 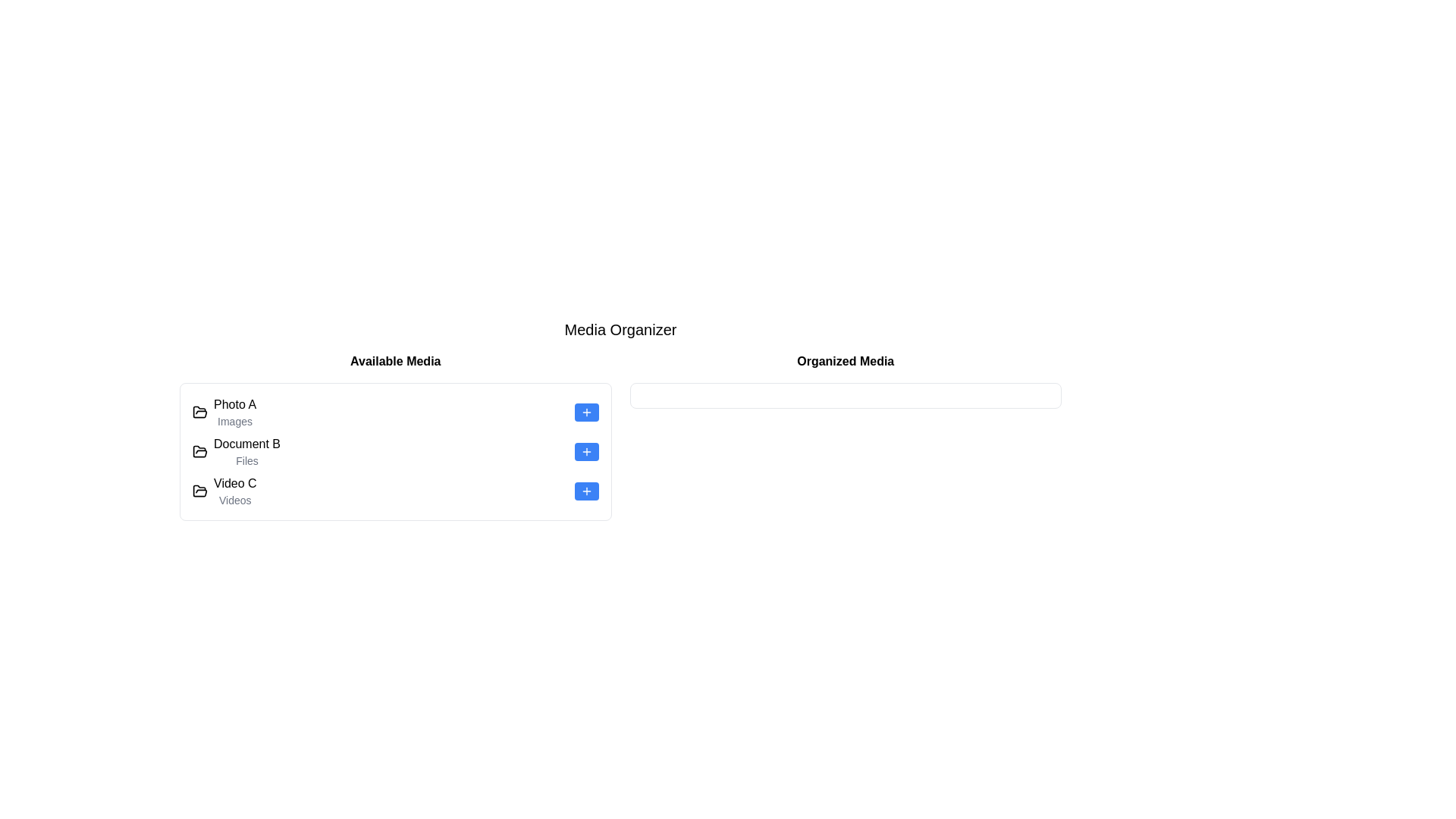 What do you see at coordinates (199, 451) in the screenshot?
I see `the folder icon, which is a minimalistic outline representation of file storage, located to the left of the text in 'Document B'` at bounding box center [199, 451].